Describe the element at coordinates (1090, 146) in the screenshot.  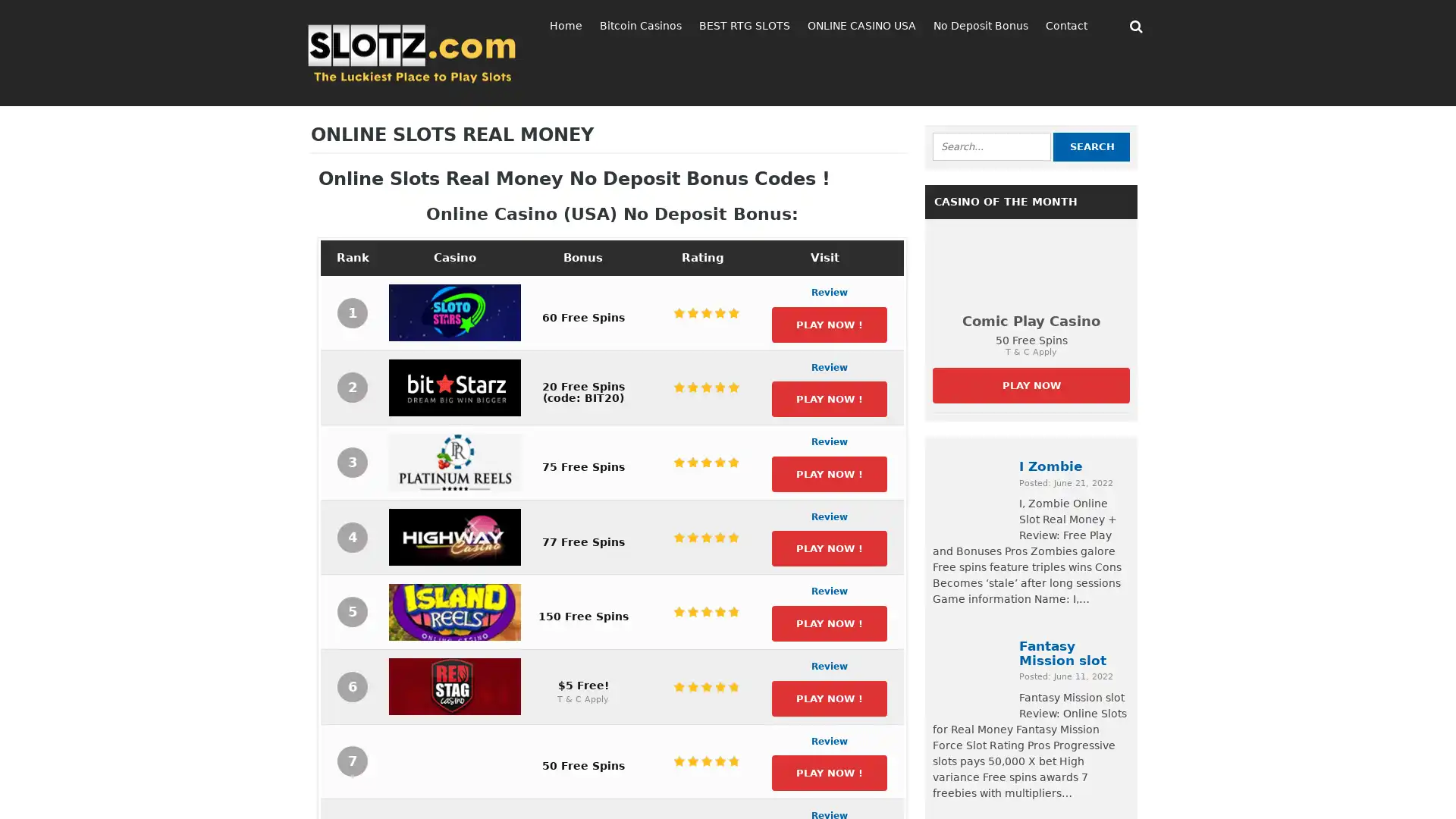
I see `Search` at that location.